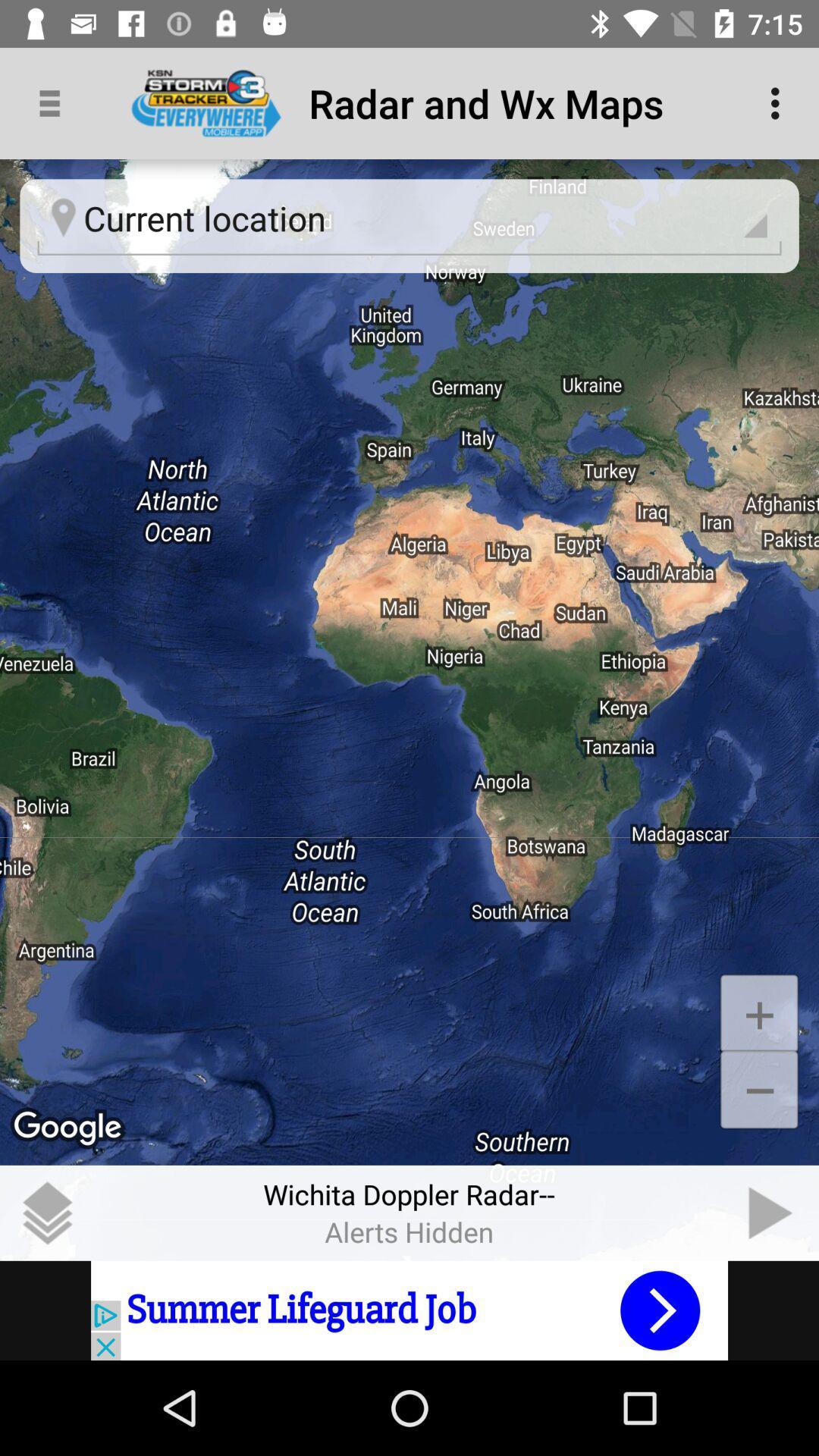  Describe the element at coordinates (771, 1212) in the screenshot. I see `previous` at that location.